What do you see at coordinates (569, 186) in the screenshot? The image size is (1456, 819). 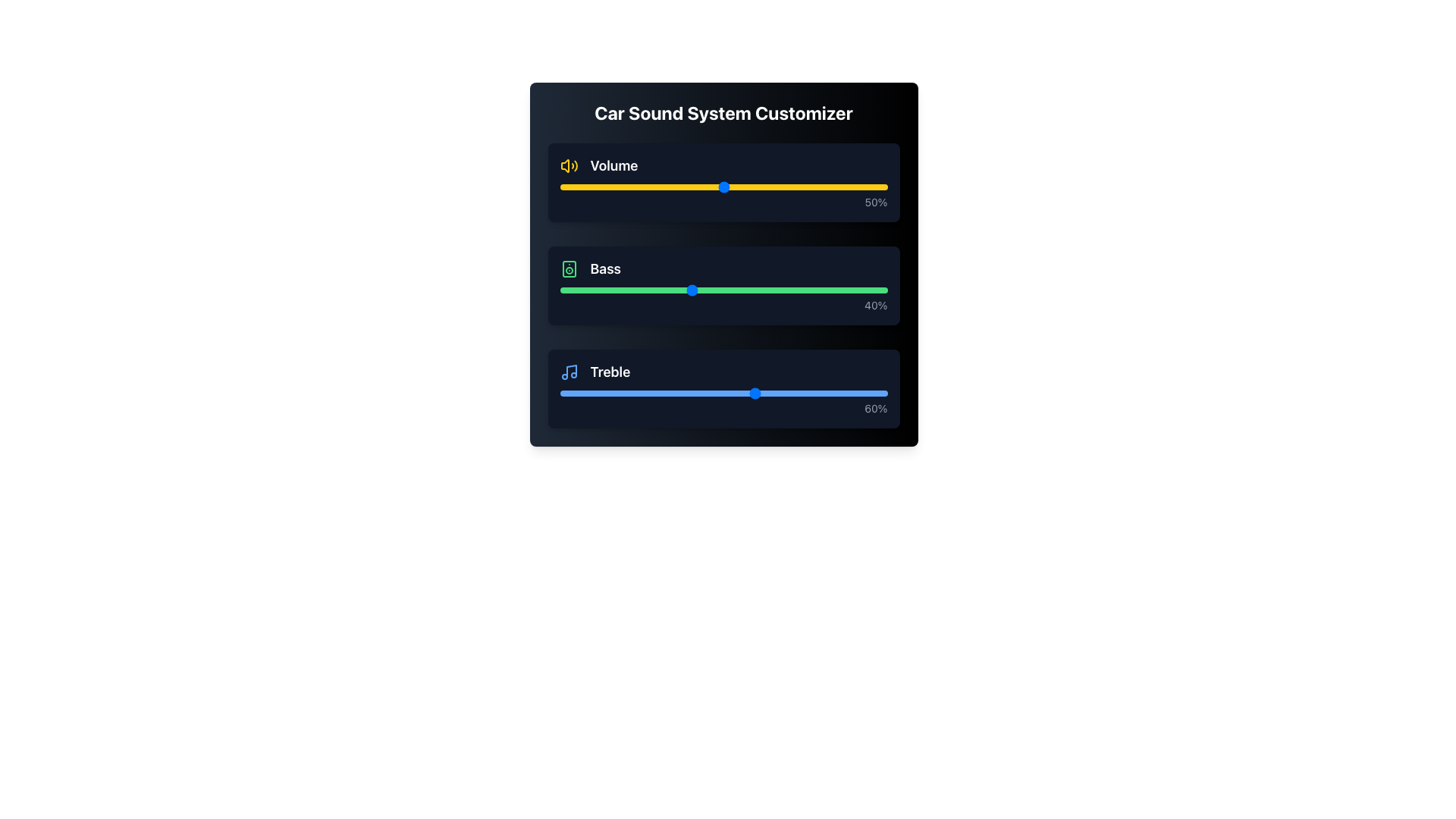 I see `the volume` at bounding box center [569, 186].